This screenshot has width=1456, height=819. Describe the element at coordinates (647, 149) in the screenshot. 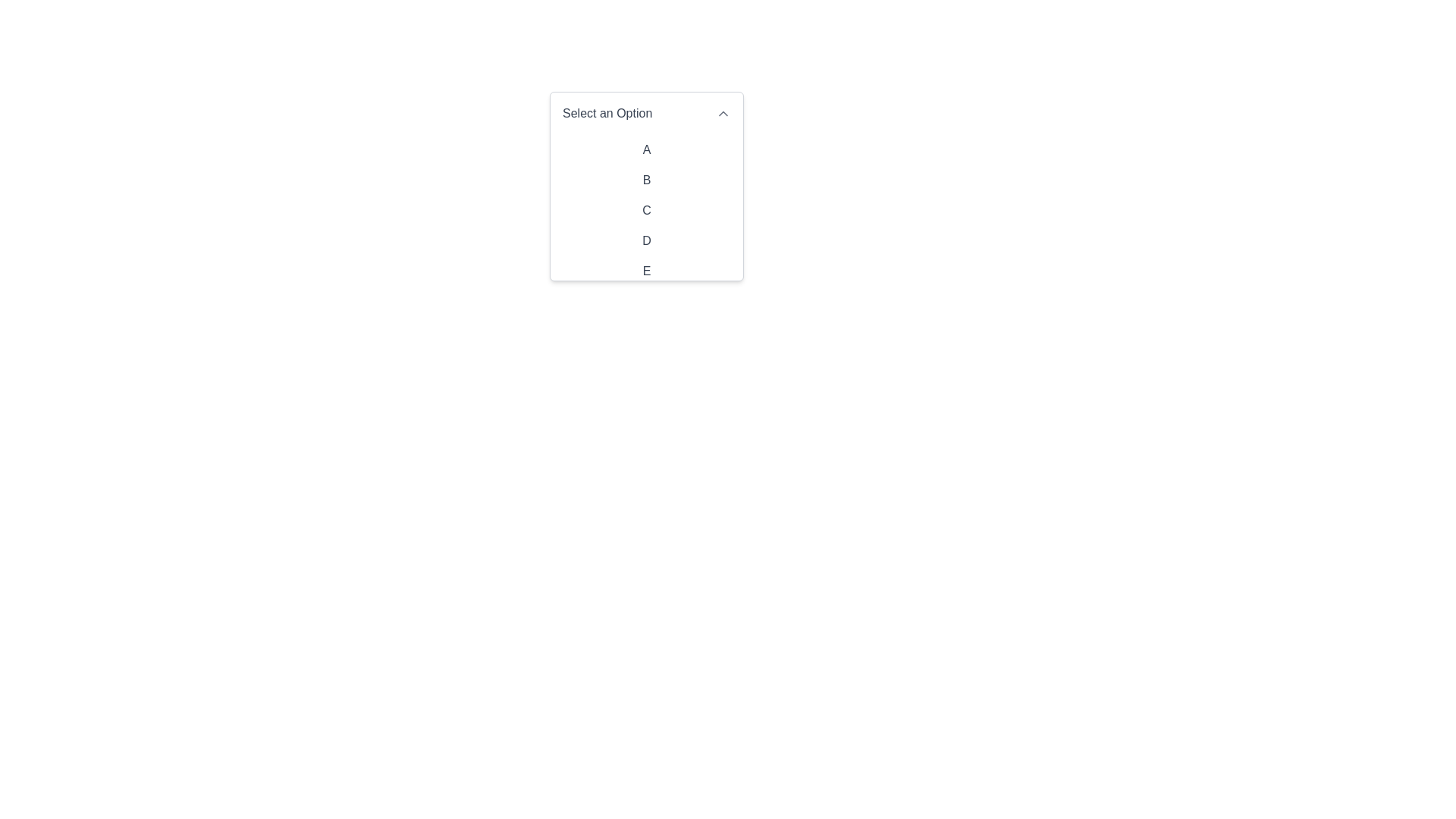

I see `the list item displaying the text 'A' in the dropdown menu, which is the first item in the vertical list located directly below the label 'Select an Option'` at that location.